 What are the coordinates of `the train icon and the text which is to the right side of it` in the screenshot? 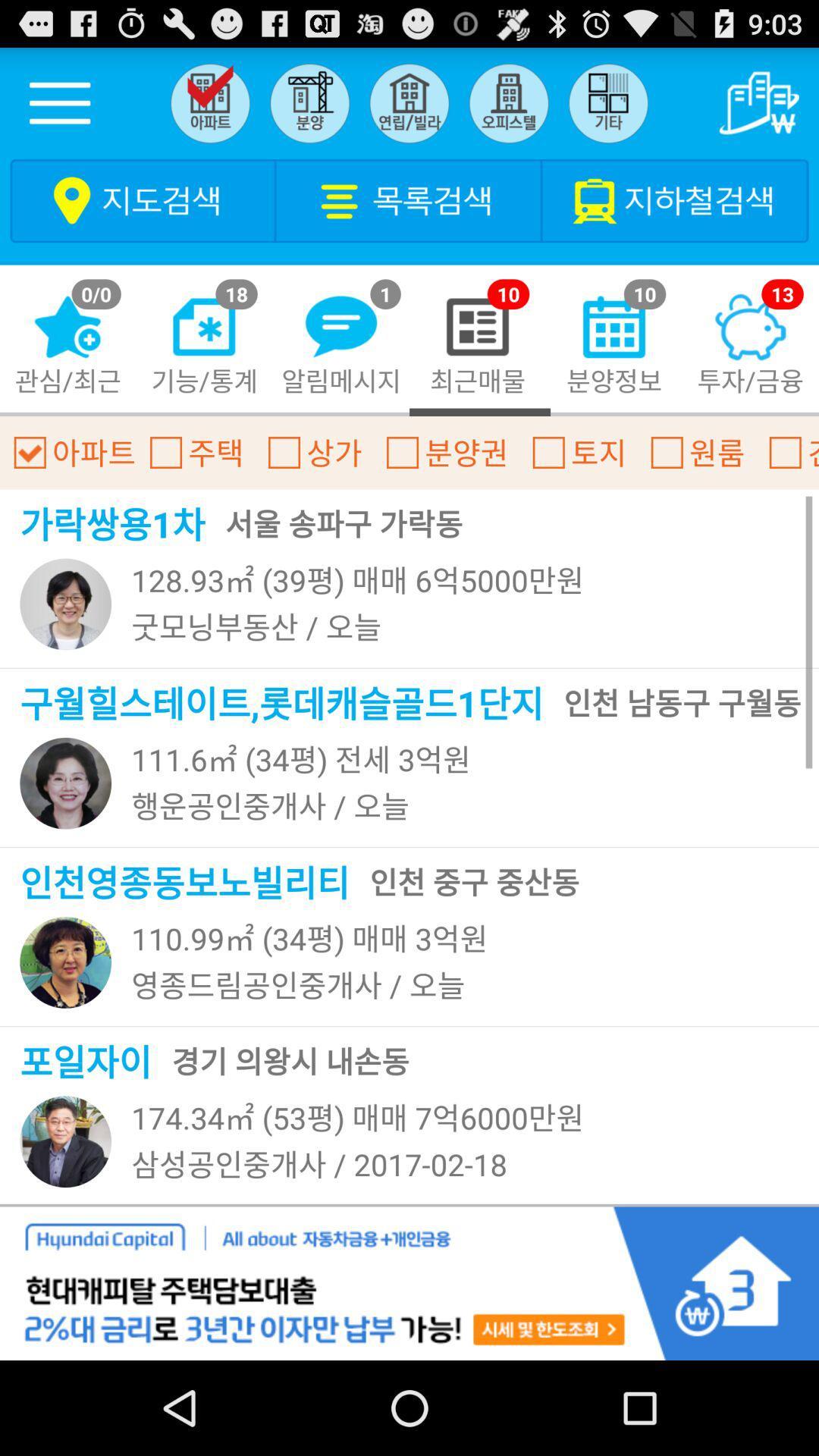 It's located at (675, 199).